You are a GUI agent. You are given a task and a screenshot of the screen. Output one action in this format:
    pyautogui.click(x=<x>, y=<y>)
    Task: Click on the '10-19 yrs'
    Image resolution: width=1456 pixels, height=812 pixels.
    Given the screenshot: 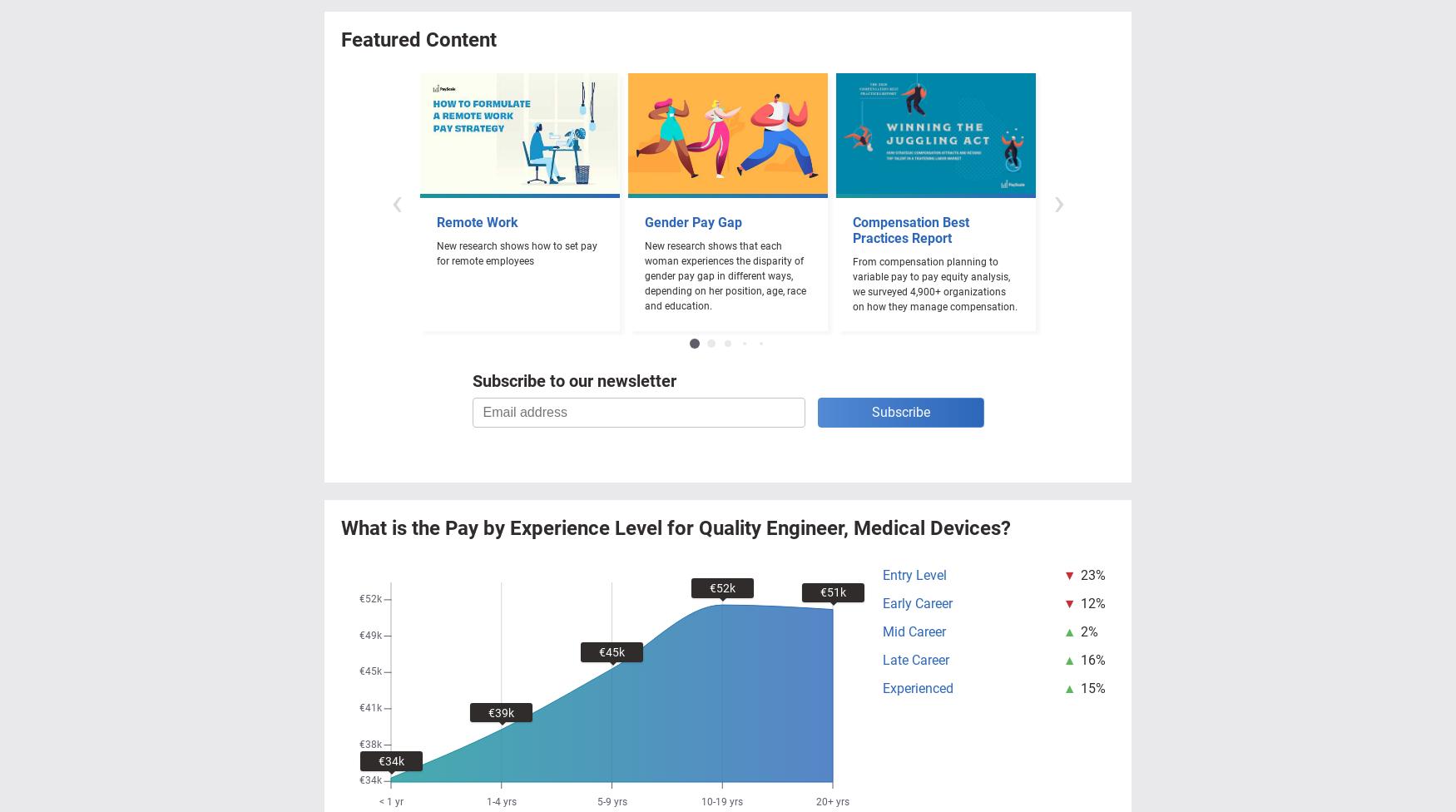 What is the action you would take?
    pyautogui.click(x=722, y=800)
    